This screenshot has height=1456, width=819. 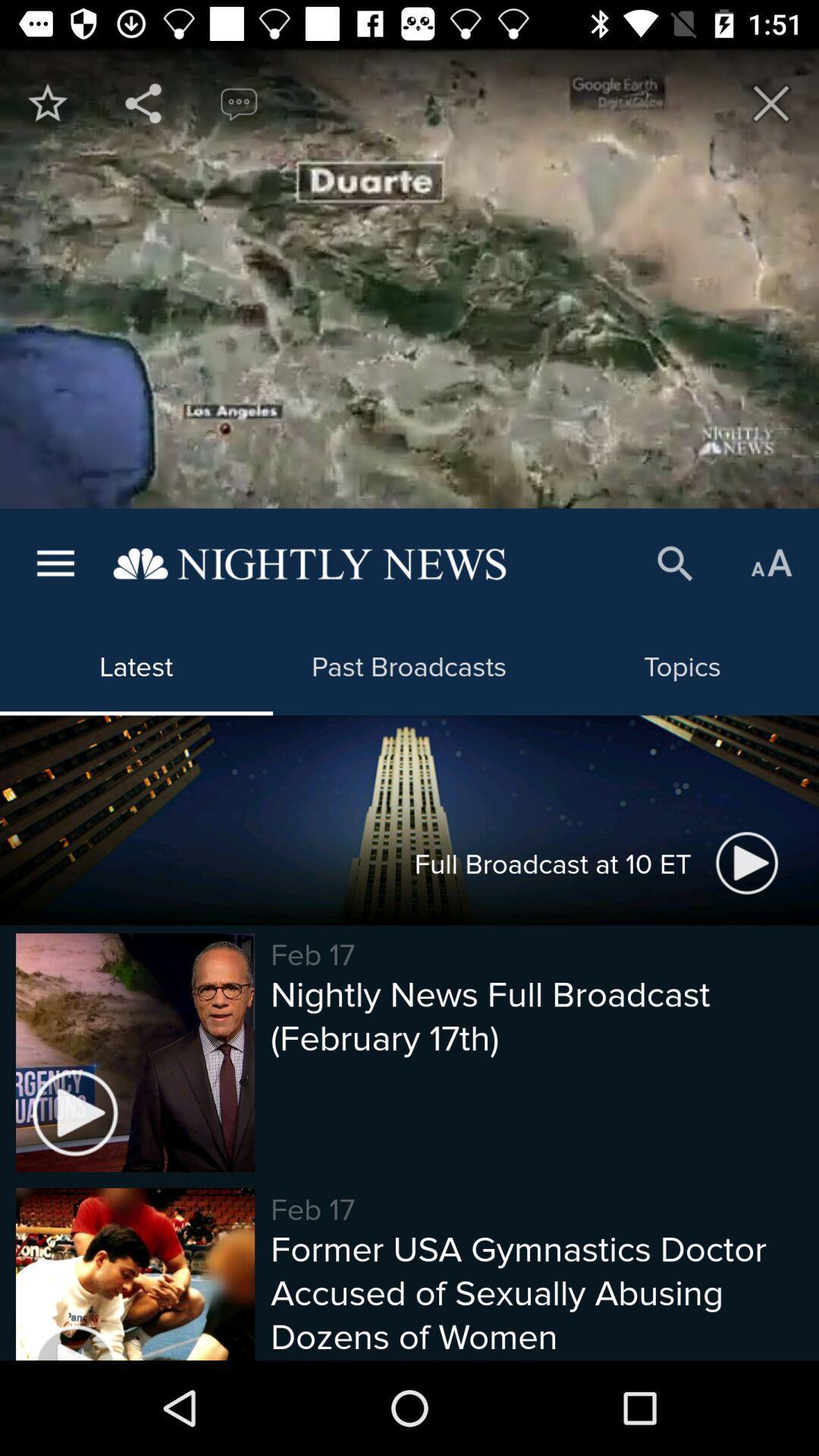 I want to click on the chat icon, so click(x=239, y=102).